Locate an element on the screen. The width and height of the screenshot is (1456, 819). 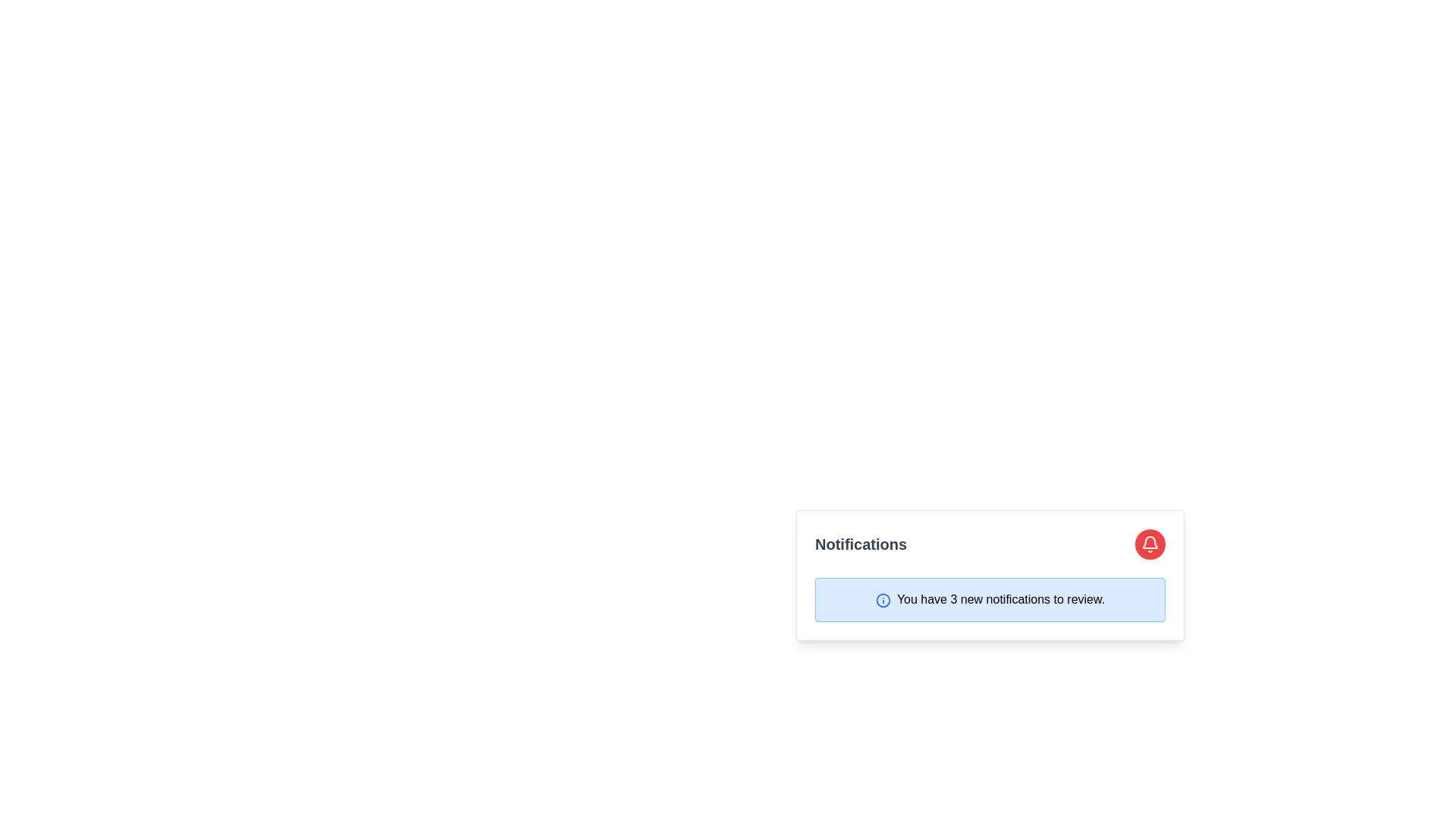
the icon located in the notification area that indicates 'You have 3 new notifications to review.' is located at coordinates (883, 599).